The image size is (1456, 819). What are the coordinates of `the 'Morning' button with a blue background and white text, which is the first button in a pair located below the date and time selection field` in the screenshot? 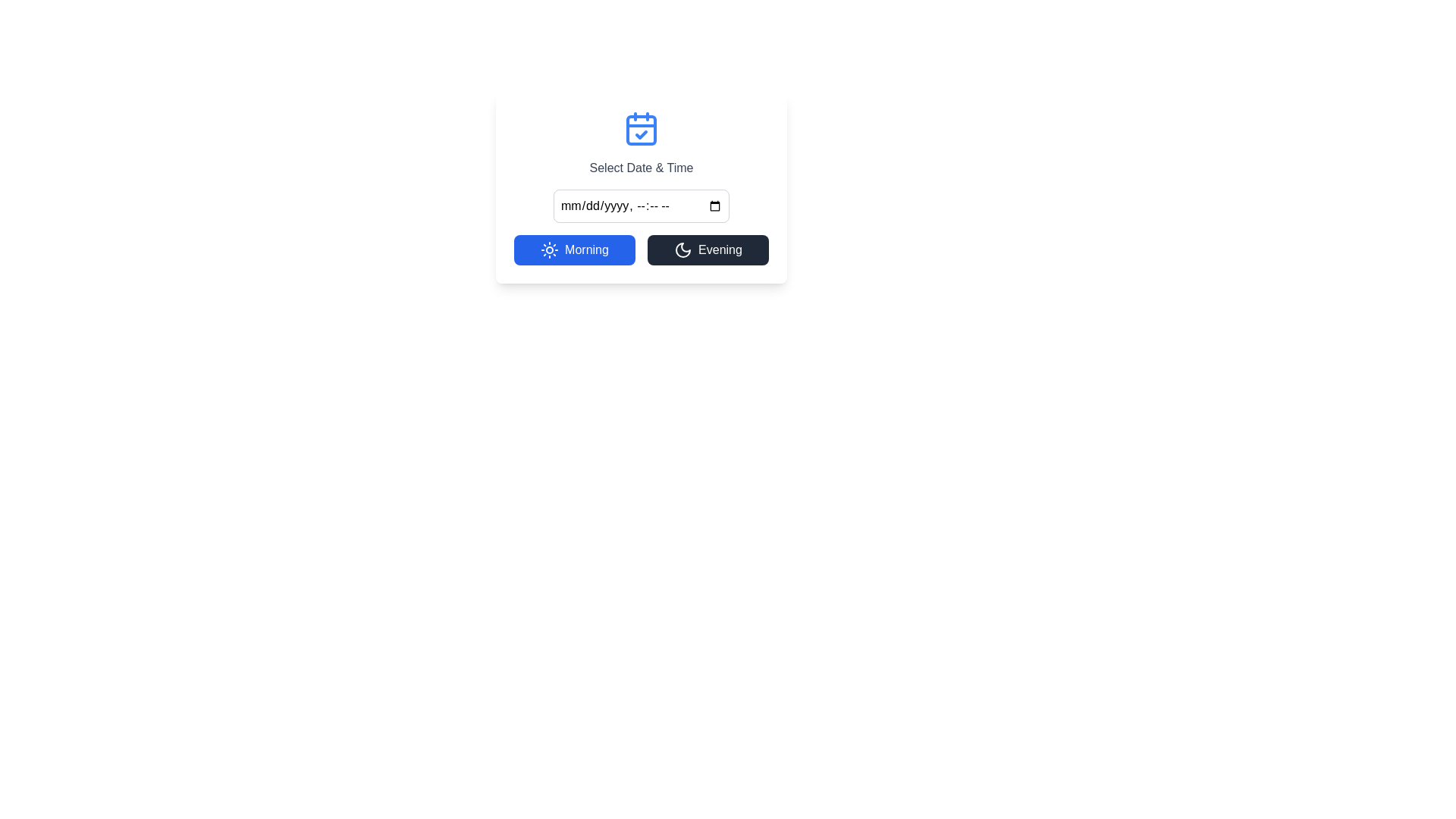 It's located at (574, 249).